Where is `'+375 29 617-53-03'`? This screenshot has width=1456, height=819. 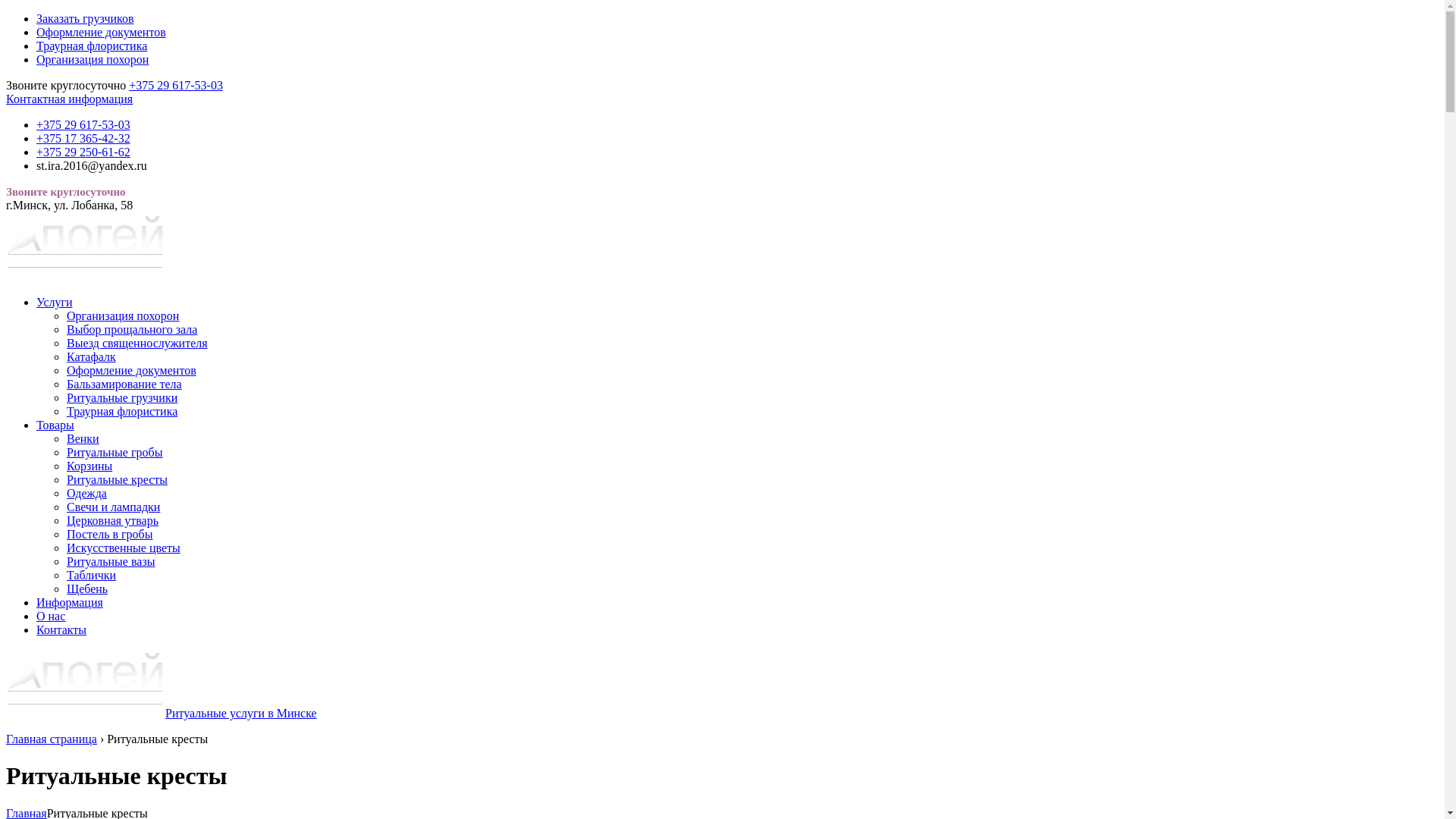
'+375 29 617-53-03' is located at coordinates (83, 124).